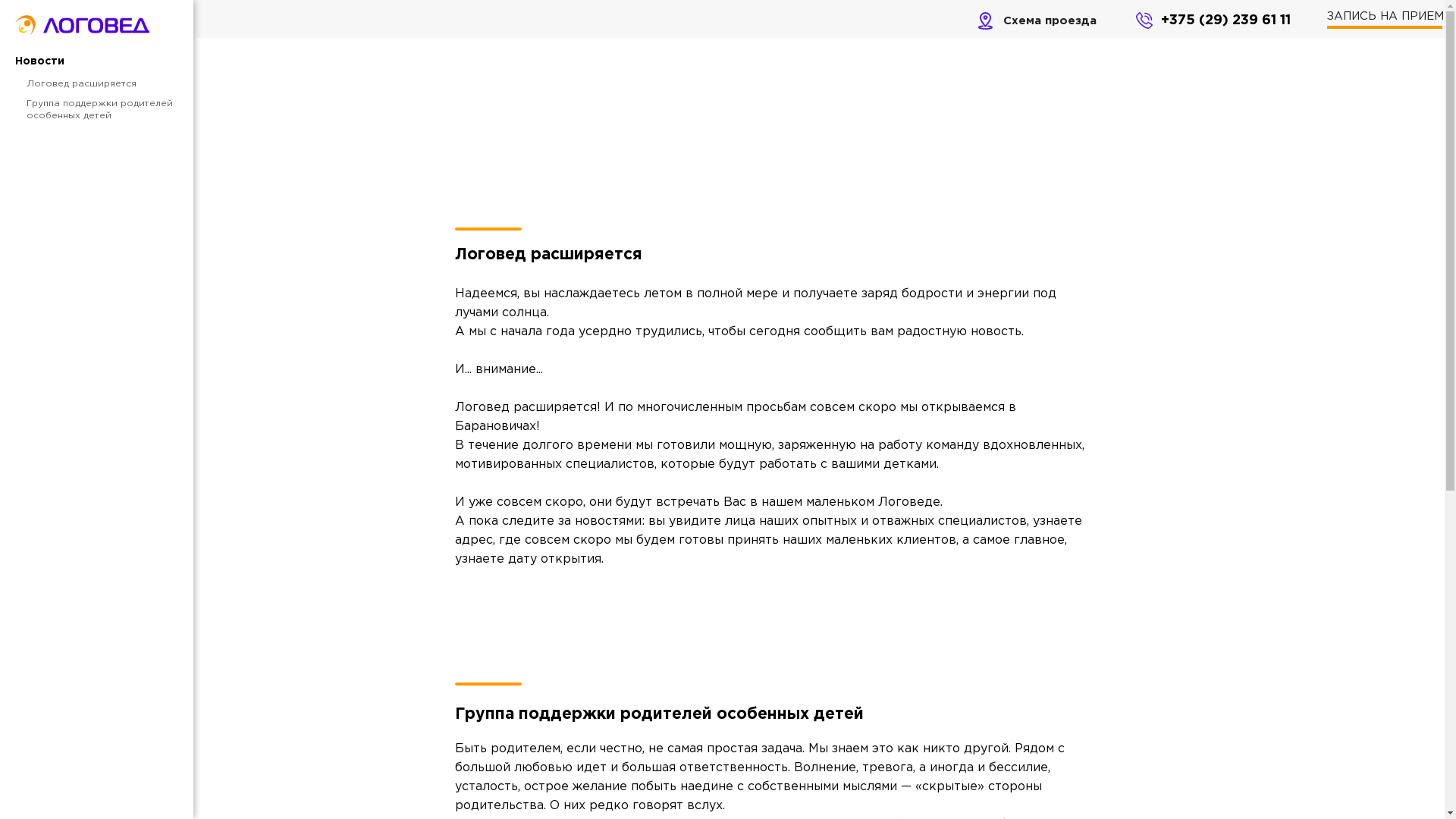 This screenshot has width=1456, height=819. Describe the element at coordinates (1225, 20) in the screenshot. I see `'+375 (29) 239 61 11'` at that location.